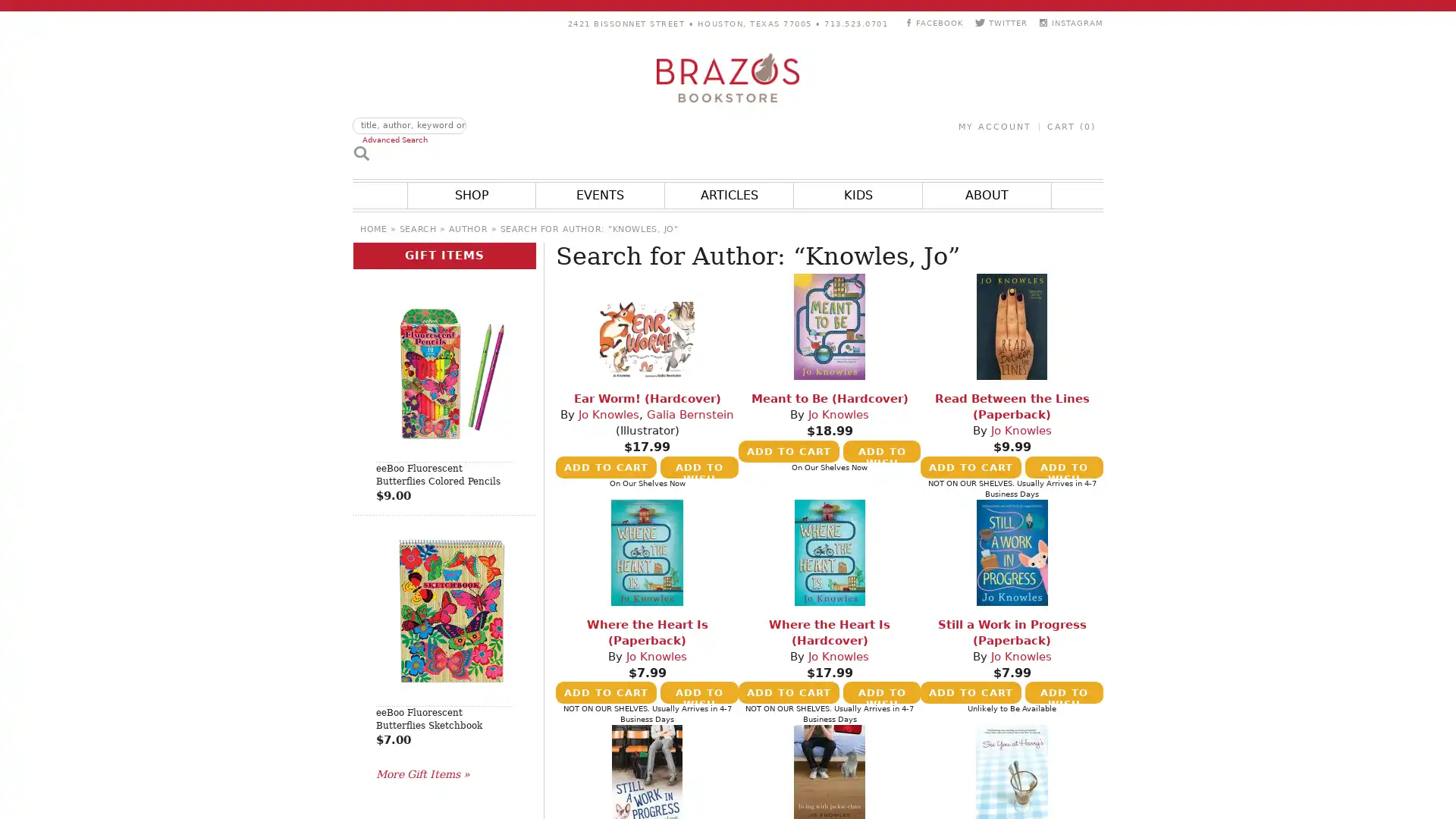 Image resolution: width=1456 pixels, height=819 pixels. Describe the element at coordinates (360, 152) in the screenshot. I see `Search` at that location.